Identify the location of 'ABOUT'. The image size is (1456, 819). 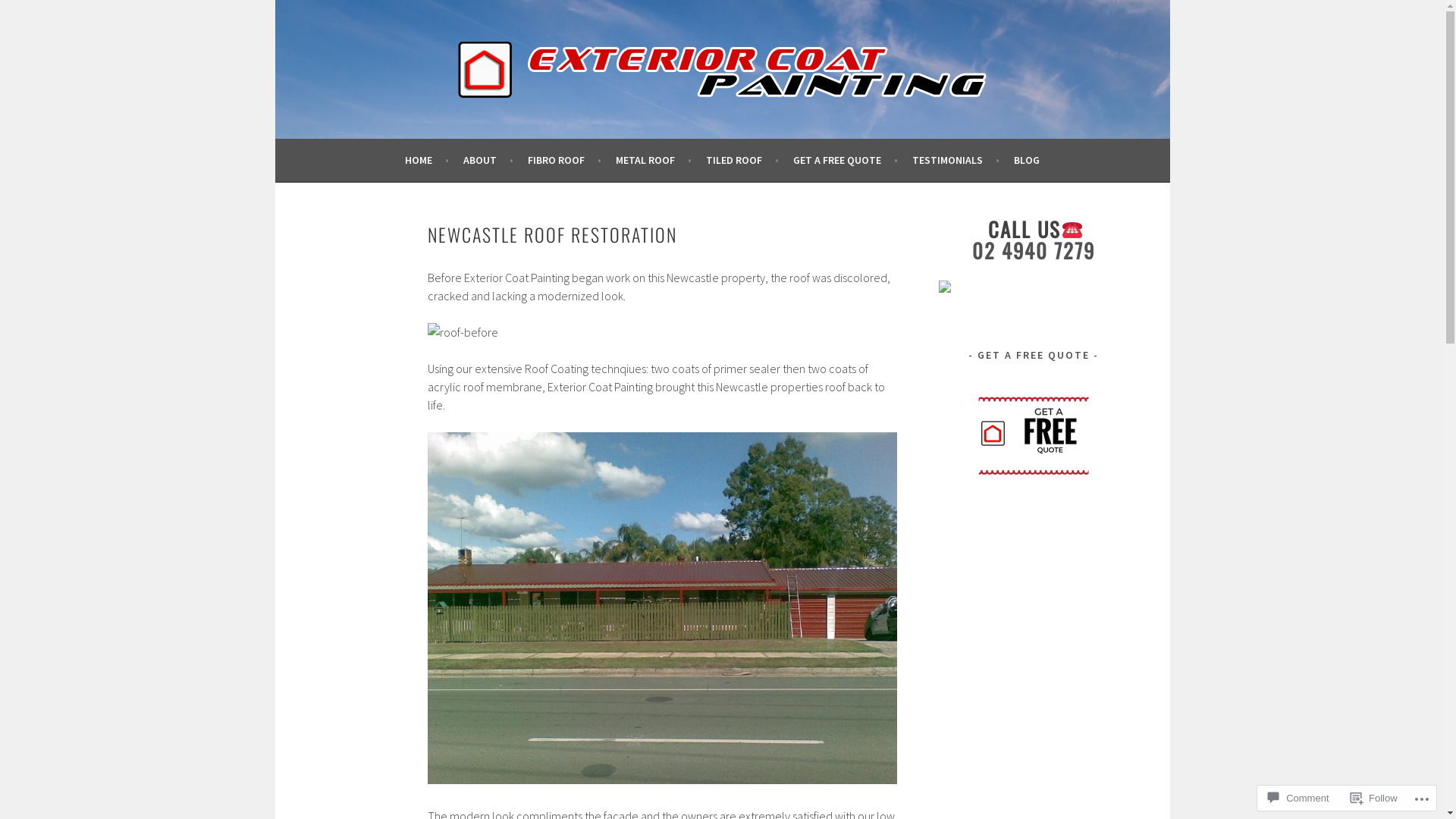
(462, 160).